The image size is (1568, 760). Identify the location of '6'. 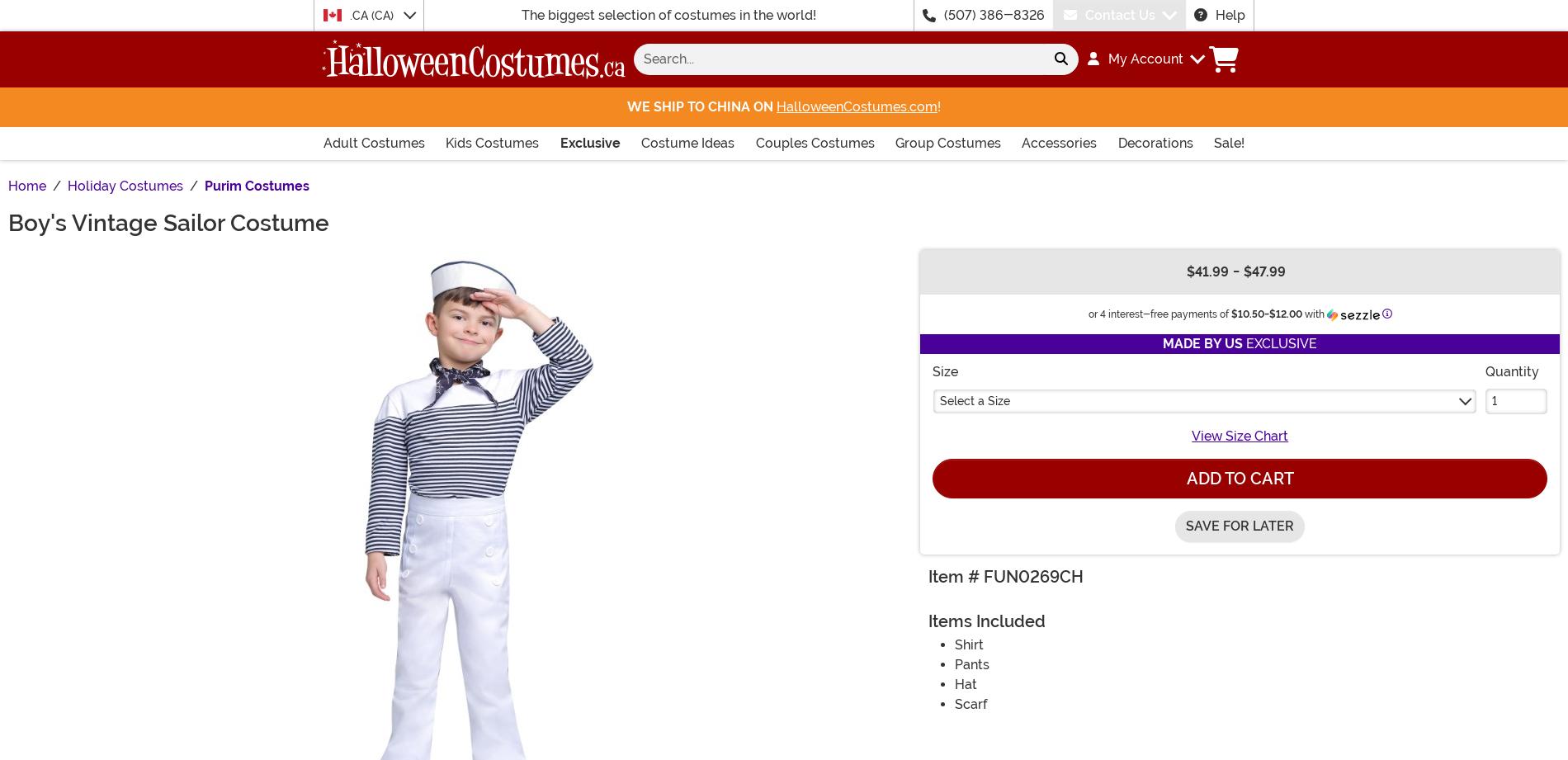
(426, 189).